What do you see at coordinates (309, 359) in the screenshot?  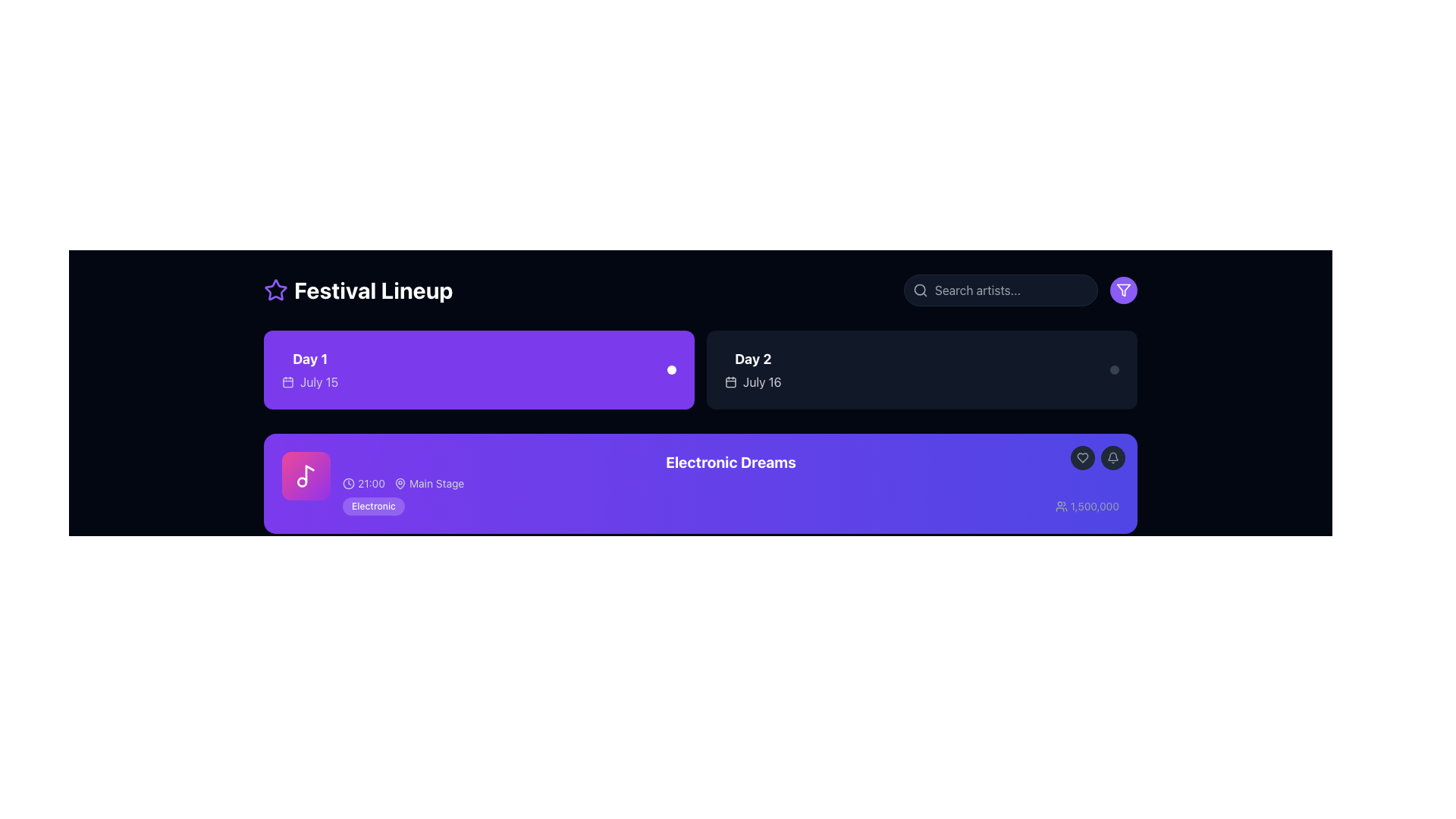 I see `the text label that reads 'Day 1' in bold white font on a purple background, located at the upper-left corner of the card interface` at bounding box center [309, 359].